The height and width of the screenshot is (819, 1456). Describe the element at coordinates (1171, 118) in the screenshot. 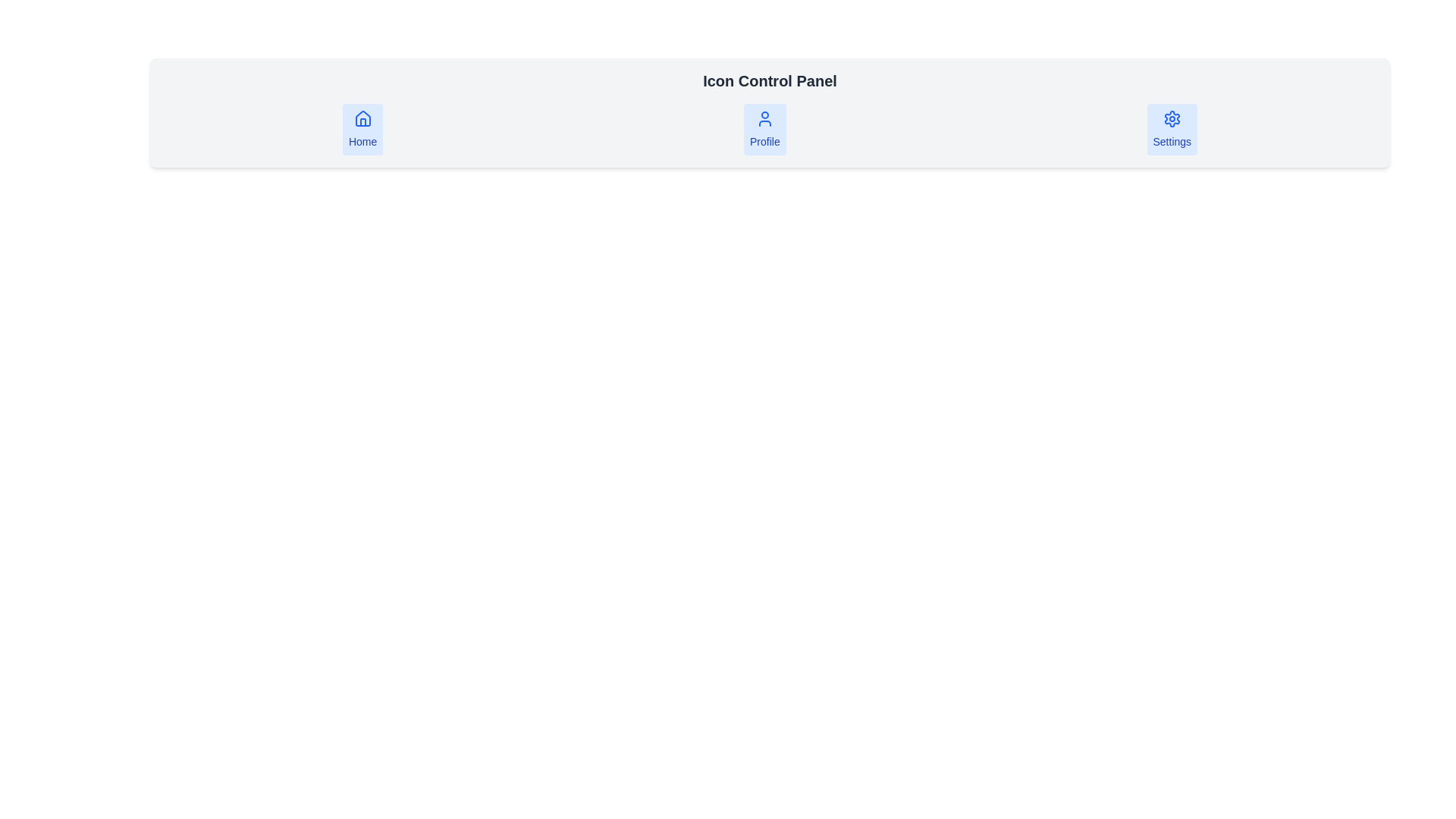

I see `the blue gear-shaped icon representing settings, located in the rightmost section of the navigation bar` at that location.